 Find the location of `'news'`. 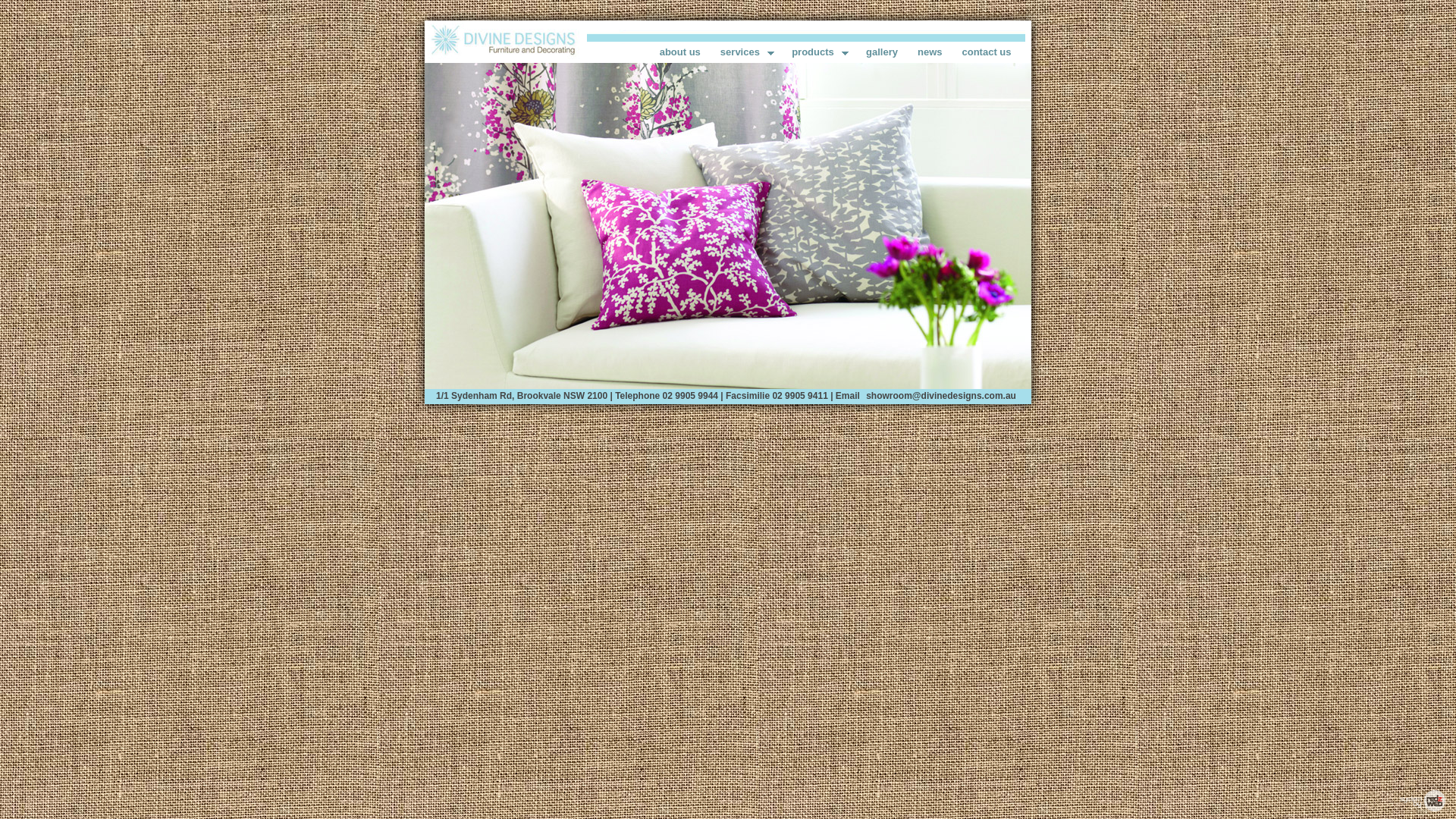

'news' is located at coordinates (929, 51).